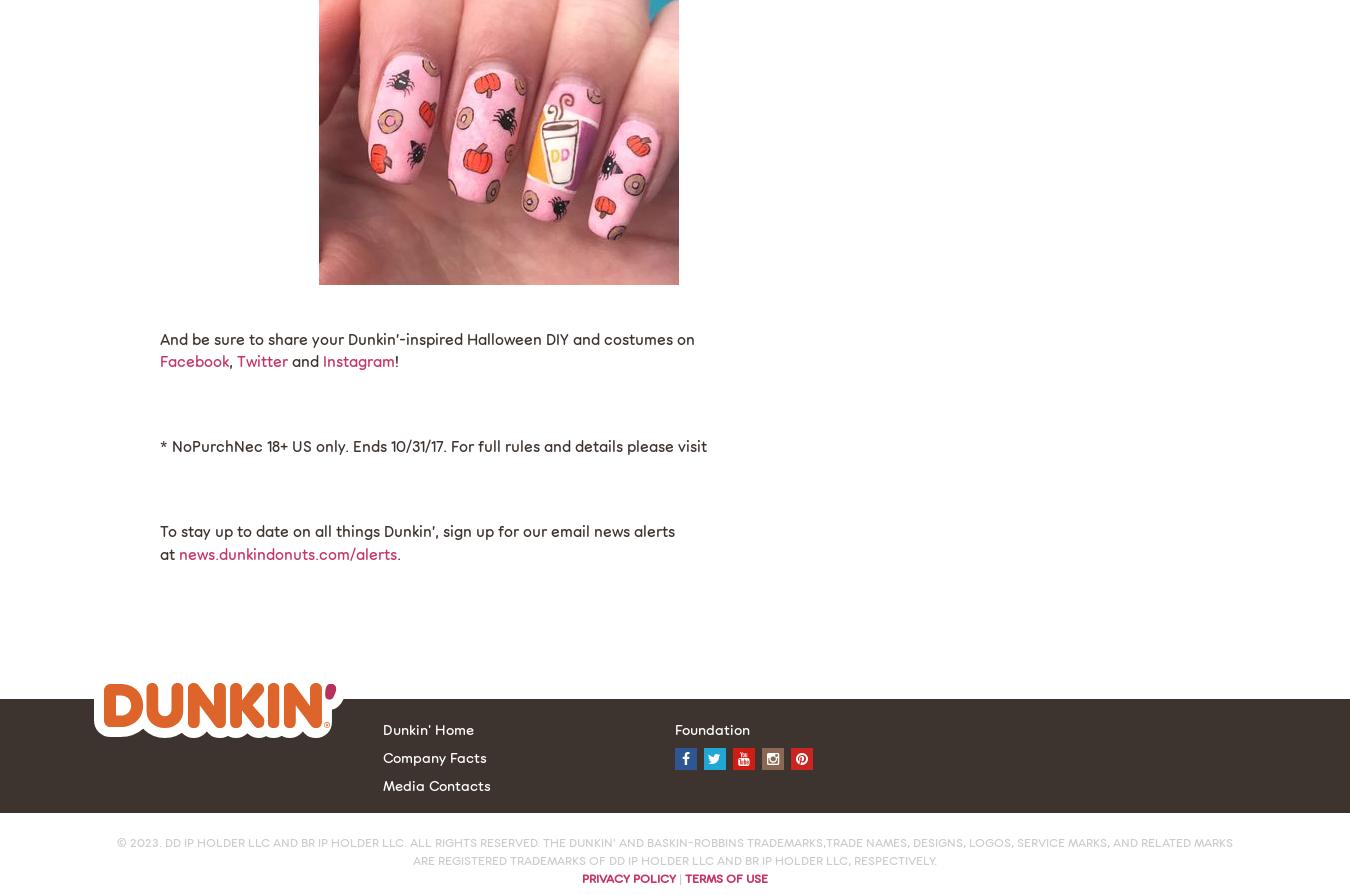 The height and width of the screenshot is (895, 1350). What do you see at coordinates (304, 361) in the screenshot?
I see `'and'` at bounding box center [304, 361].